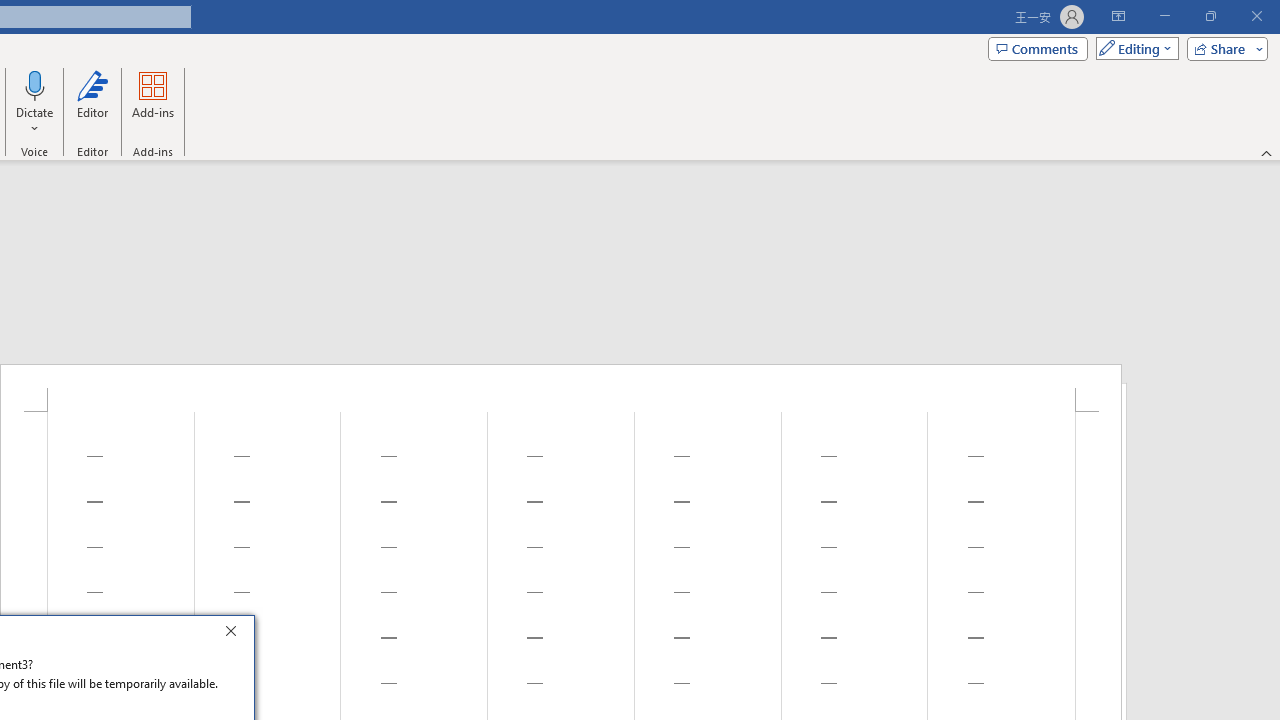 This screenshot has height=720, width=1280. Describe the element at coordinates (1117, 16) in the screenshot. I see `'Ribbon Display Options'` at that location.